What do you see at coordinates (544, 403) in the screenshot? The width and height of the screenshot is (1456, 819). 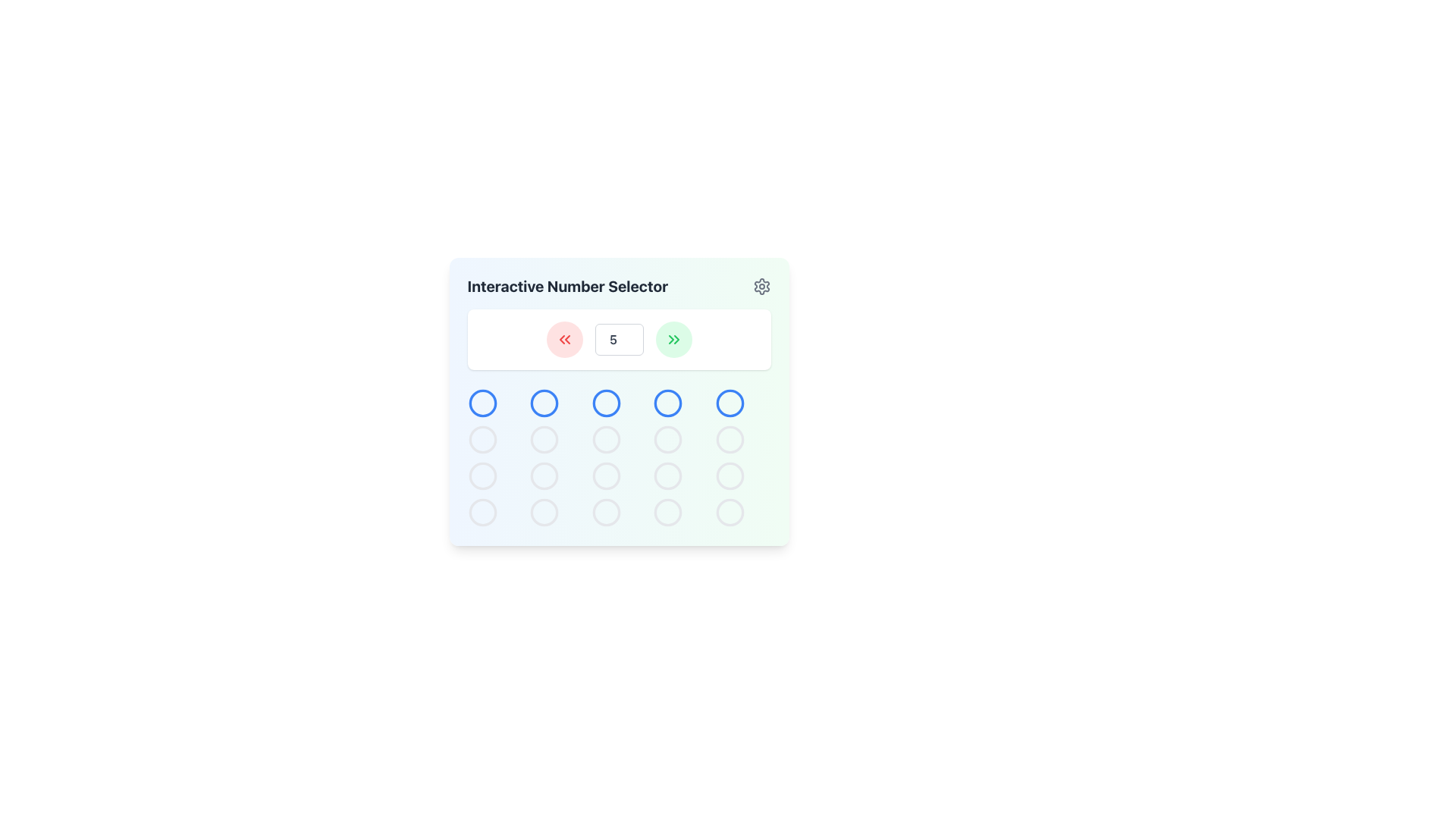 I see `the Circle button with a blue outline and filled blue color, located in the first row and third column of the grid` at bounding box center [544, 403].